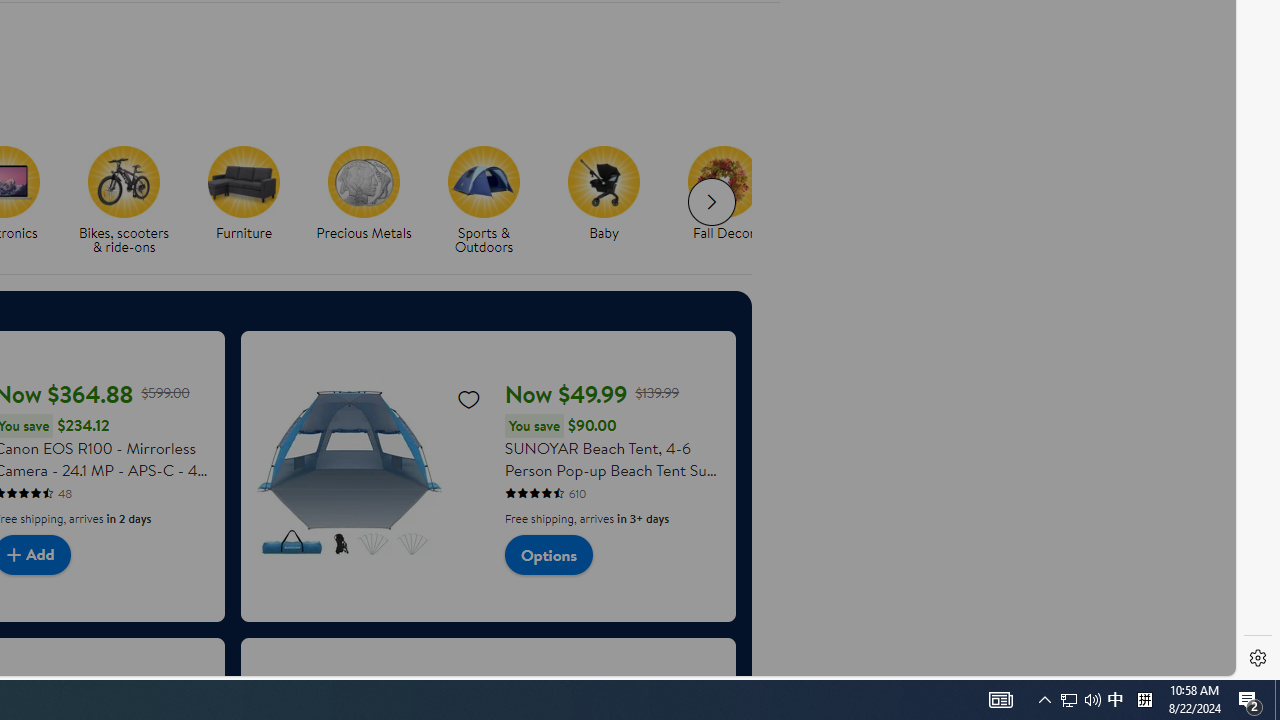 The image size is (1280, 720). Describe the element at coordinates (123, 181) in the screenshot. I see `'Bikes, scooters & ride-ons'` at that location.